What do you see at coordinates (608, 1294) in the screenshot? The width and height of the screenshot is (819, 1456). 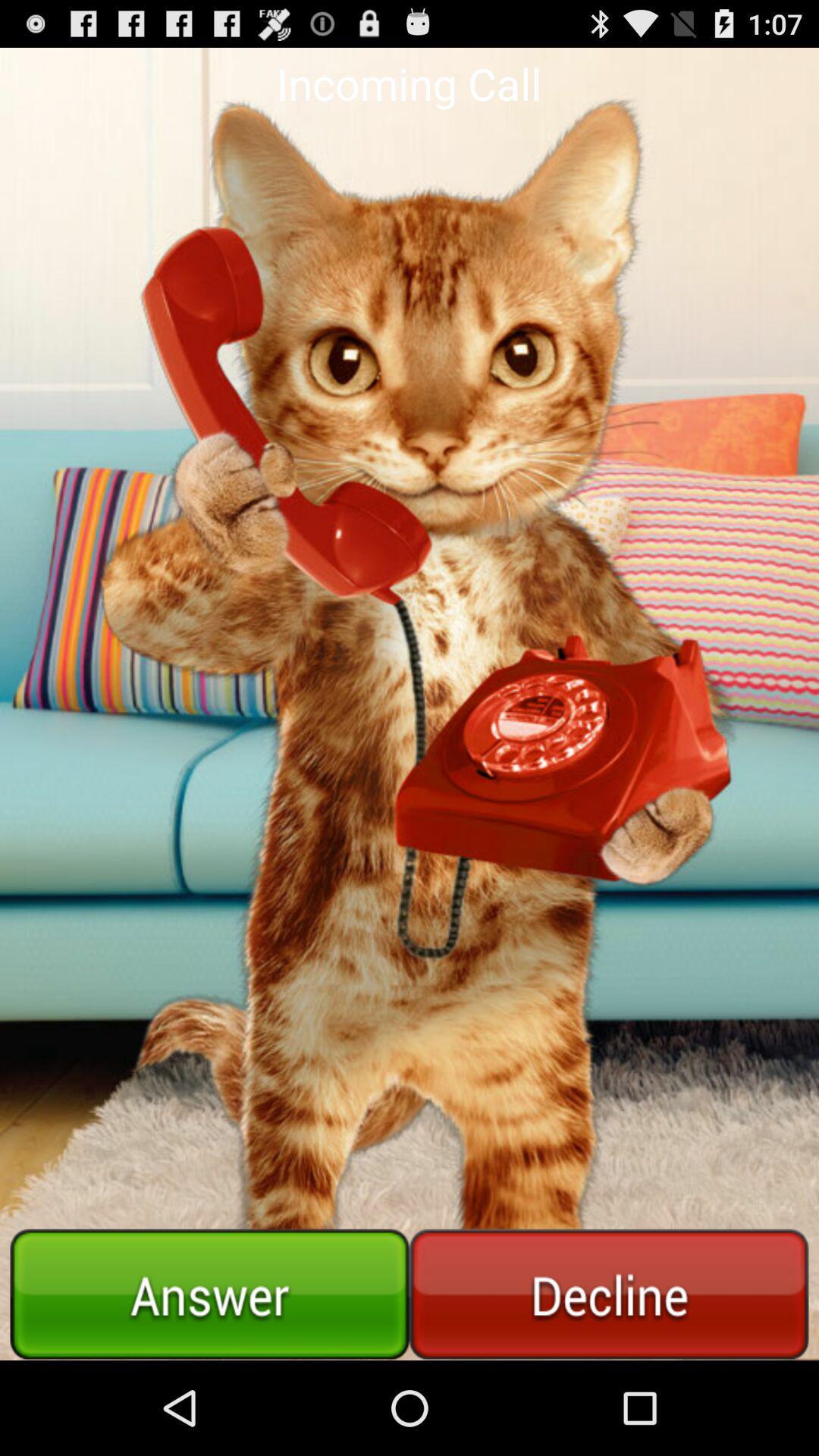 I see `call decline button` at bounding box center [608, 1294].